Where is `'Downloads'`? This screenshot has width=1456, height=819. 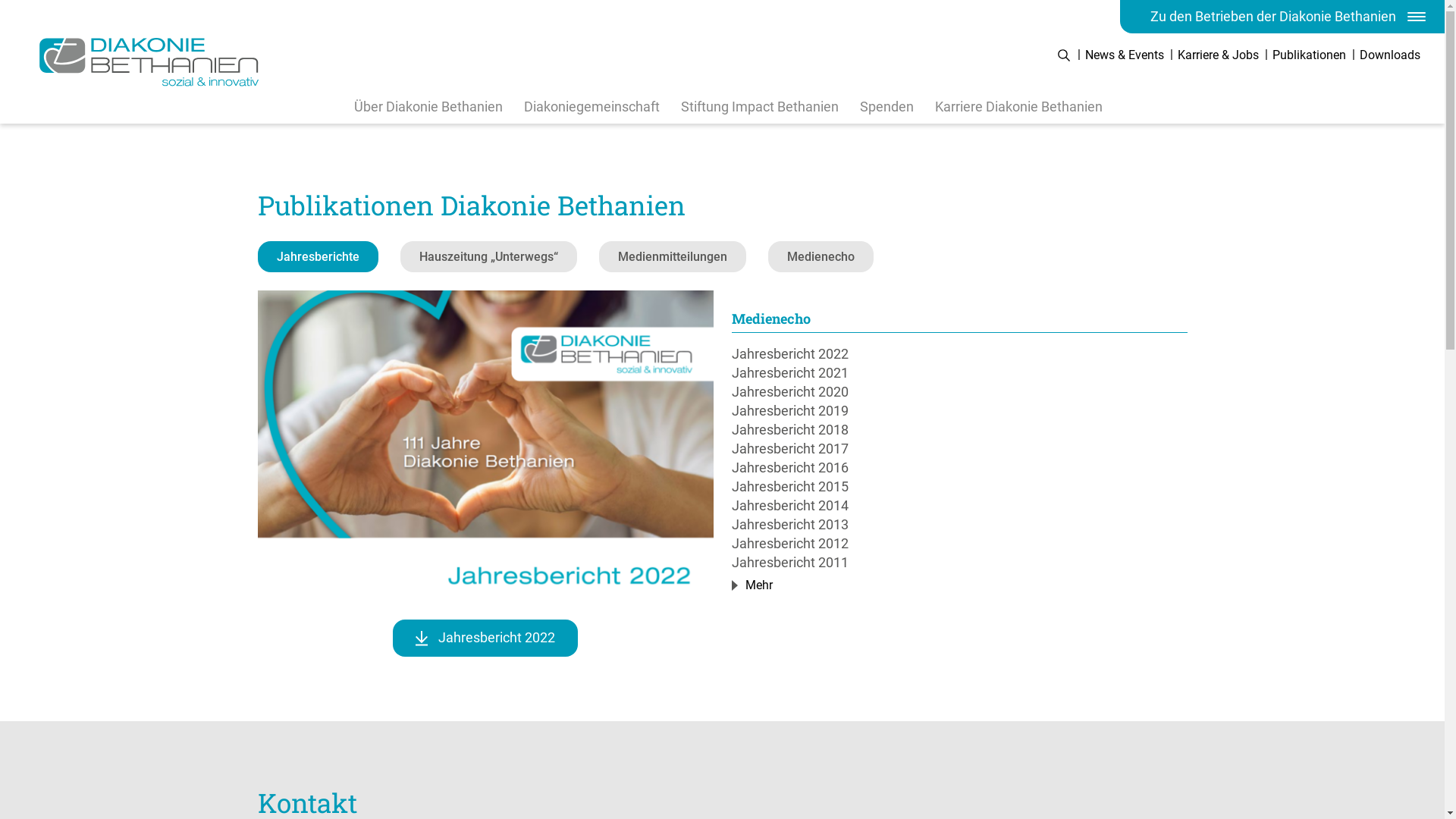
'Downloads' is located at coordinates (1390, 54).